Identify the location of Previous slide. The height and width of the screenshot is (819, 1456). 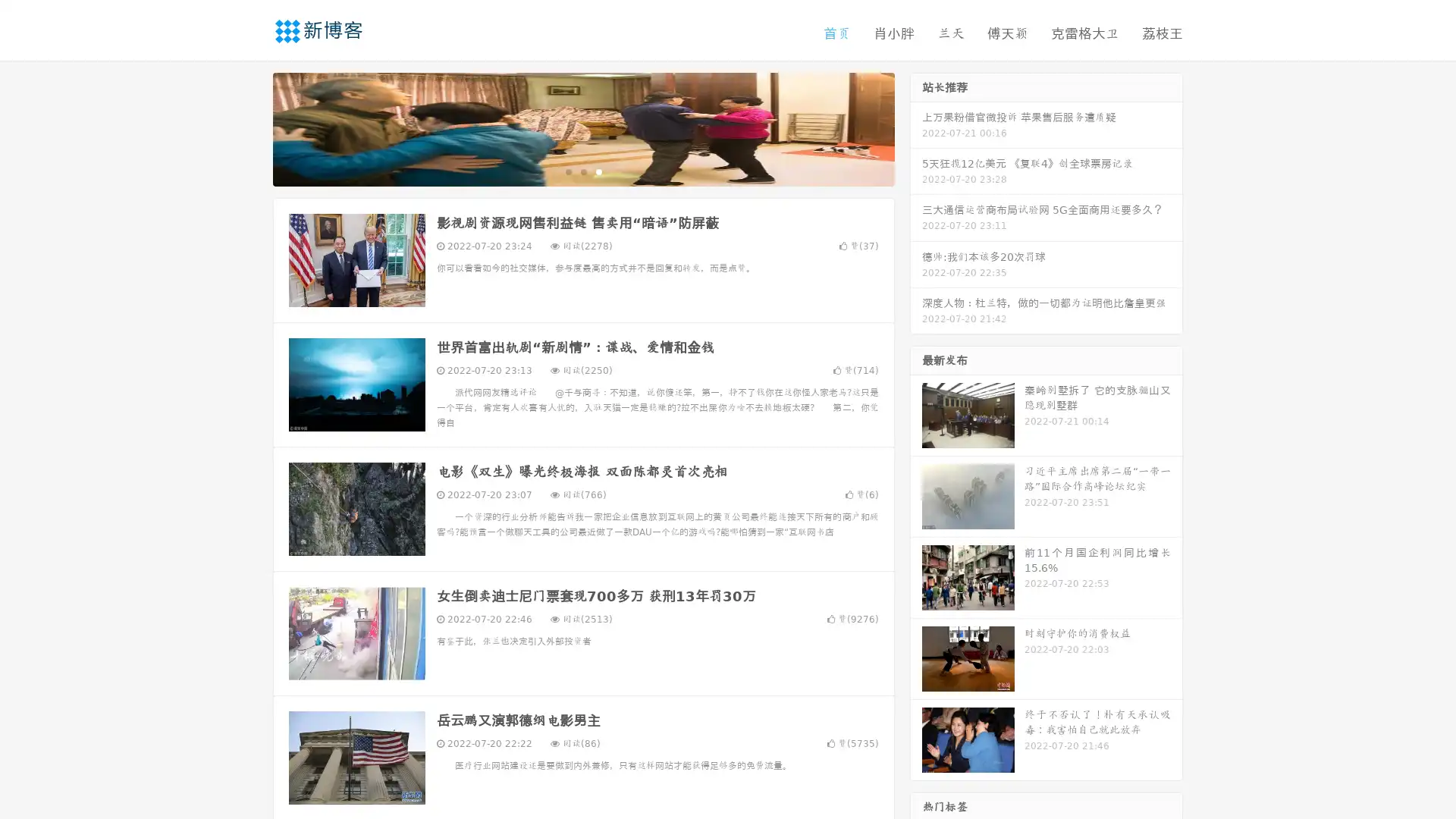
(250, 127).